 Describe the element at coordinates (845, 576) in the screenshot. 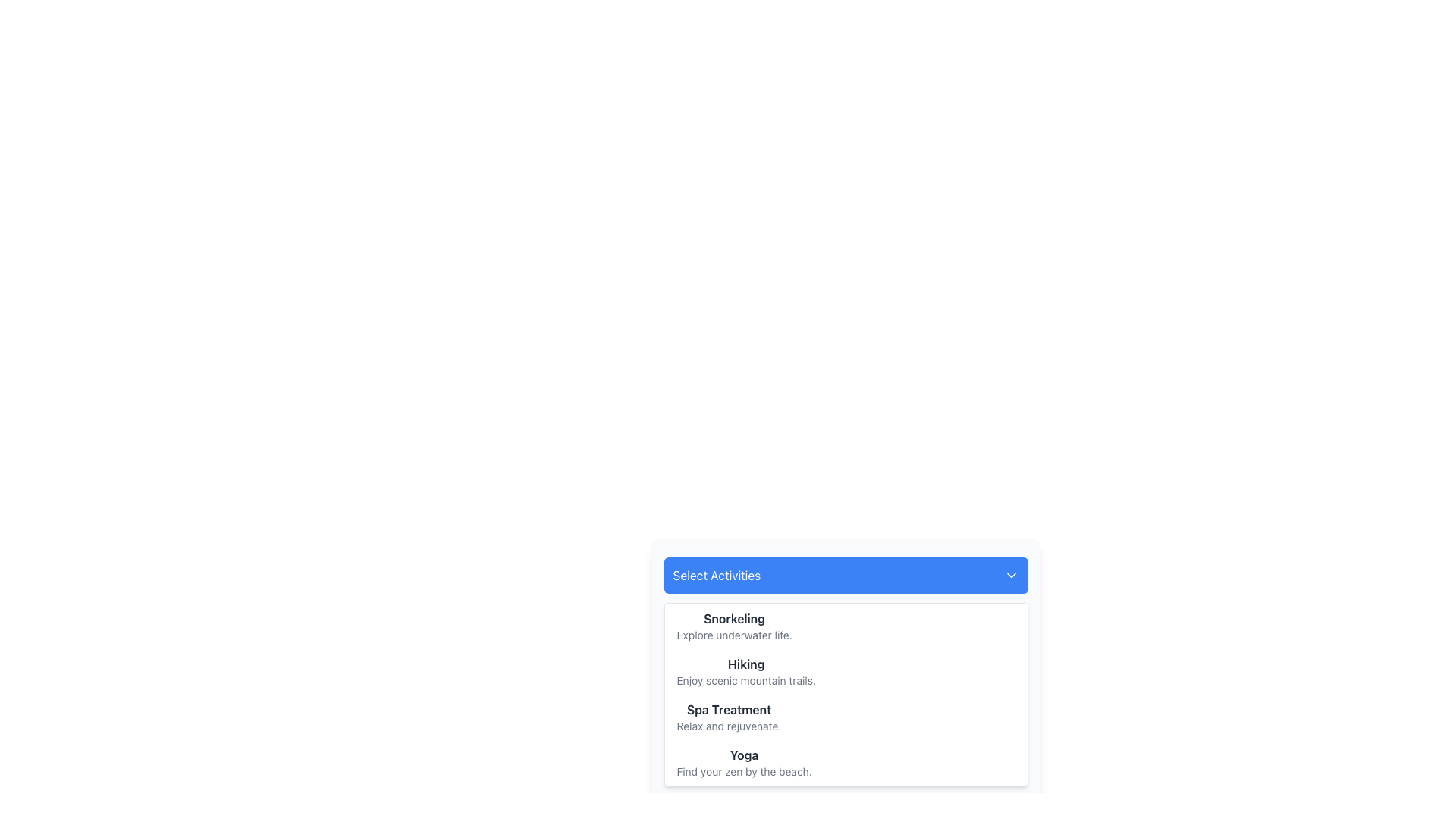

I see `the blue 'Select Activities' Dropdown Trigger Button` at that location.